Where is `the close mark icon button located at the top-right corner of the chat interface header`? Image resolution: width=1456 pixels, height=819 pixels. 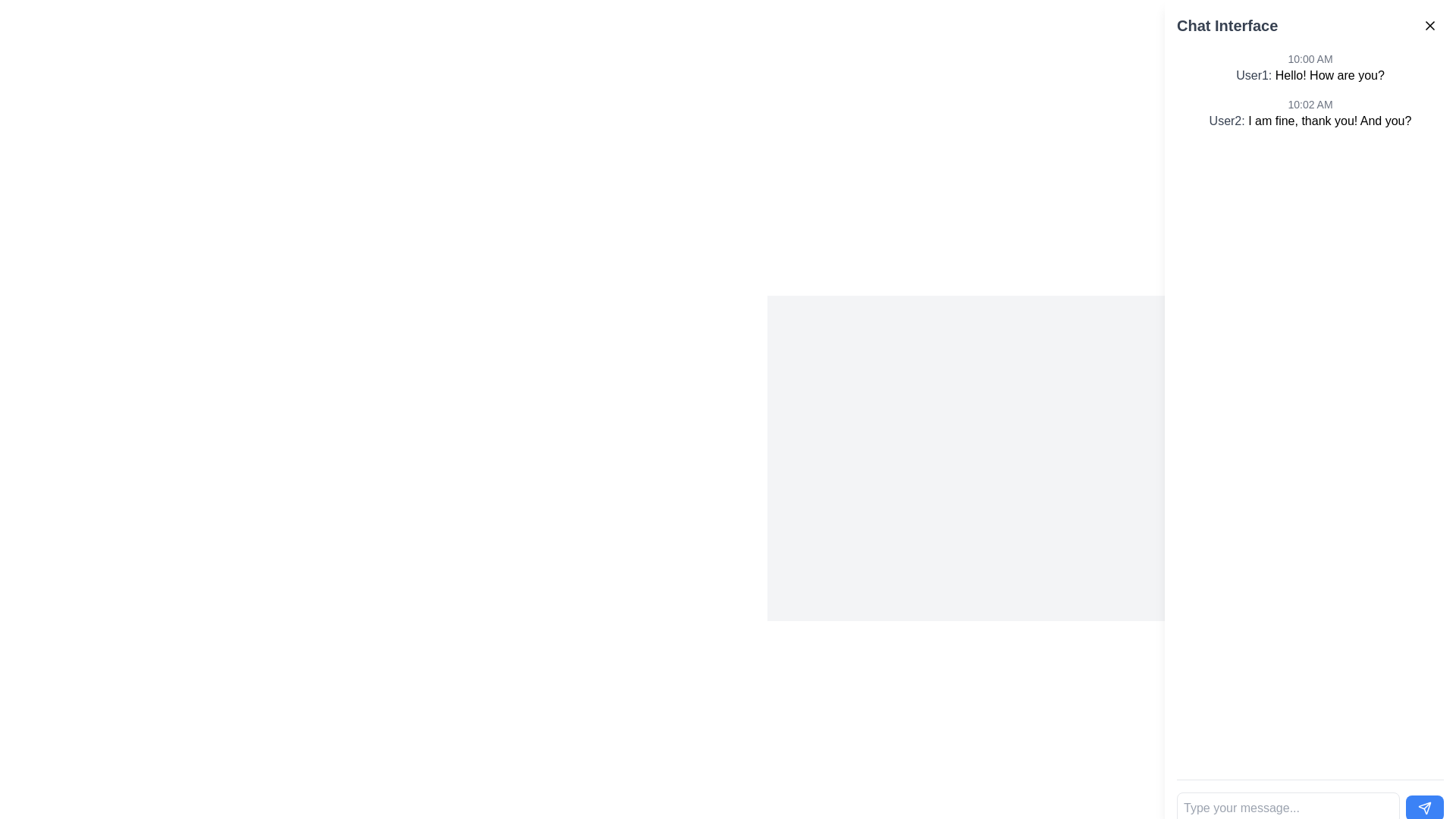
the close mark icon button located at the top-right corner of the chat interface header is located at coordinates (1429, 26).